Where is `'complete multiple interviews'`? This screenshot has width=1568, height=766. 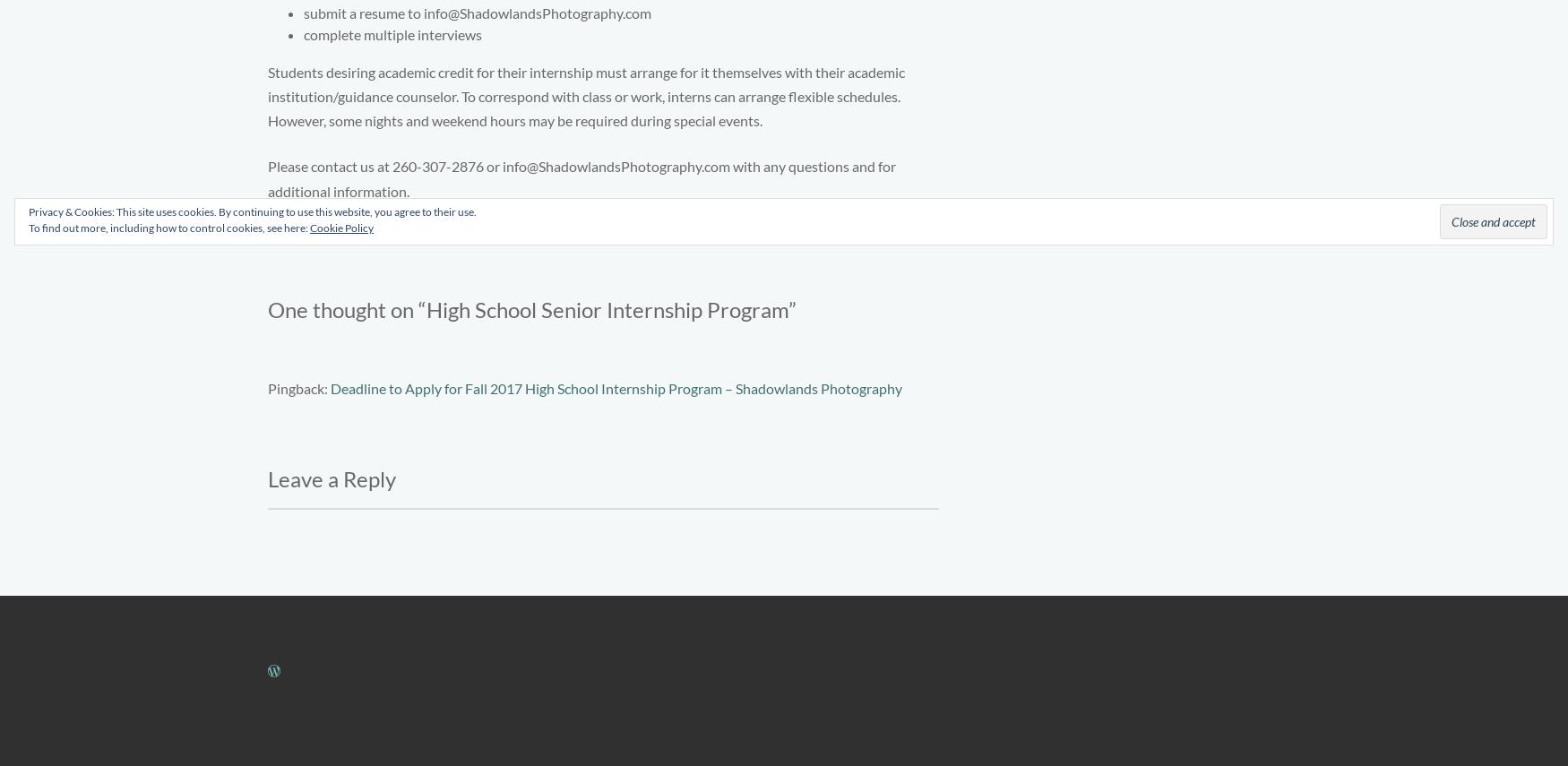
'complete multiple interviews' is located at coordinates (392, 32).